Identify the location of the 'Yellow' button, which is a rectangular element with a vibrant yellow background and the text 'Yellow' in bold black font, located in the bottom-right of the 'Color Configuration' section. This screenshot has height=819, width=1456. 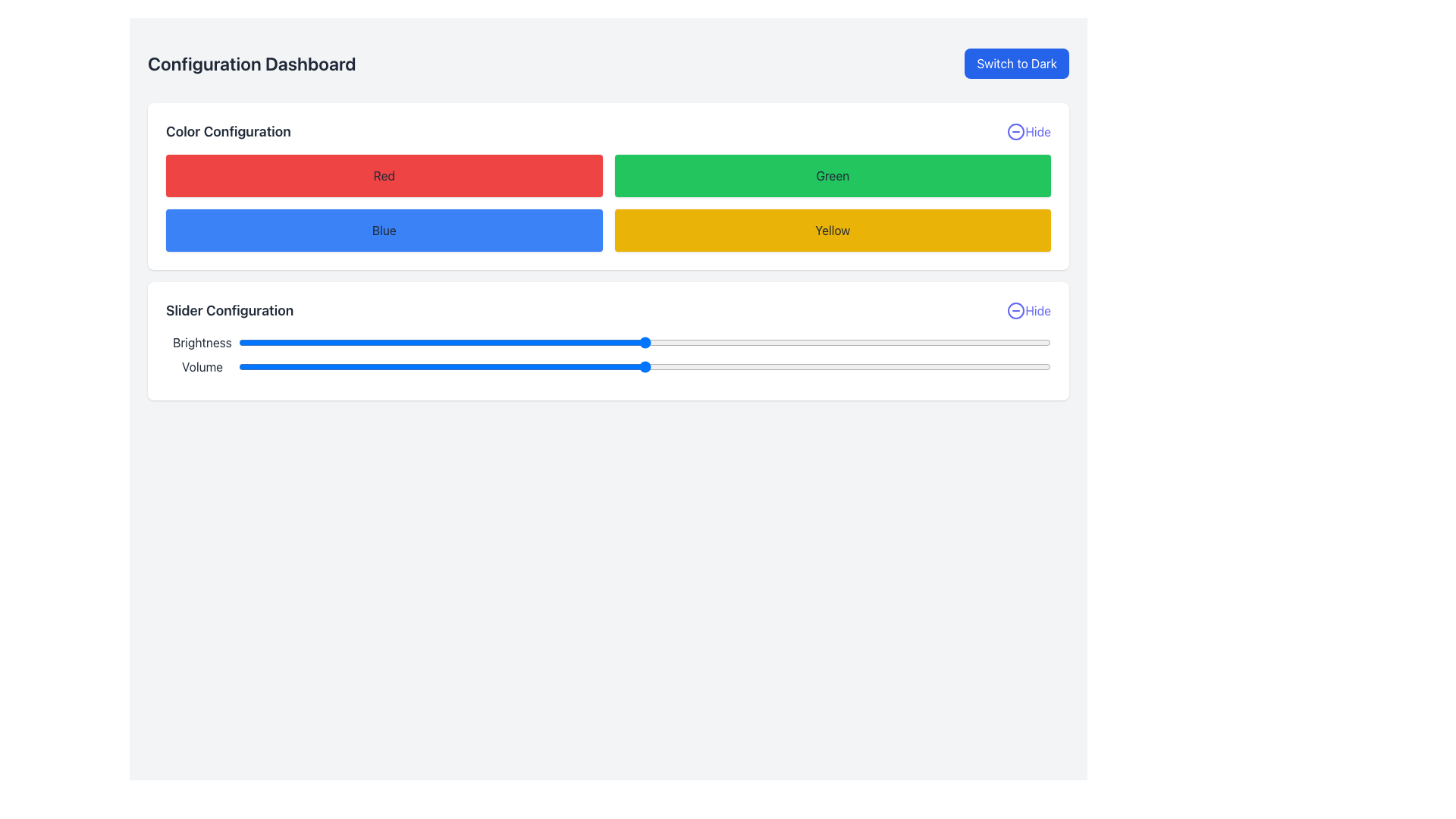
(832, 231).